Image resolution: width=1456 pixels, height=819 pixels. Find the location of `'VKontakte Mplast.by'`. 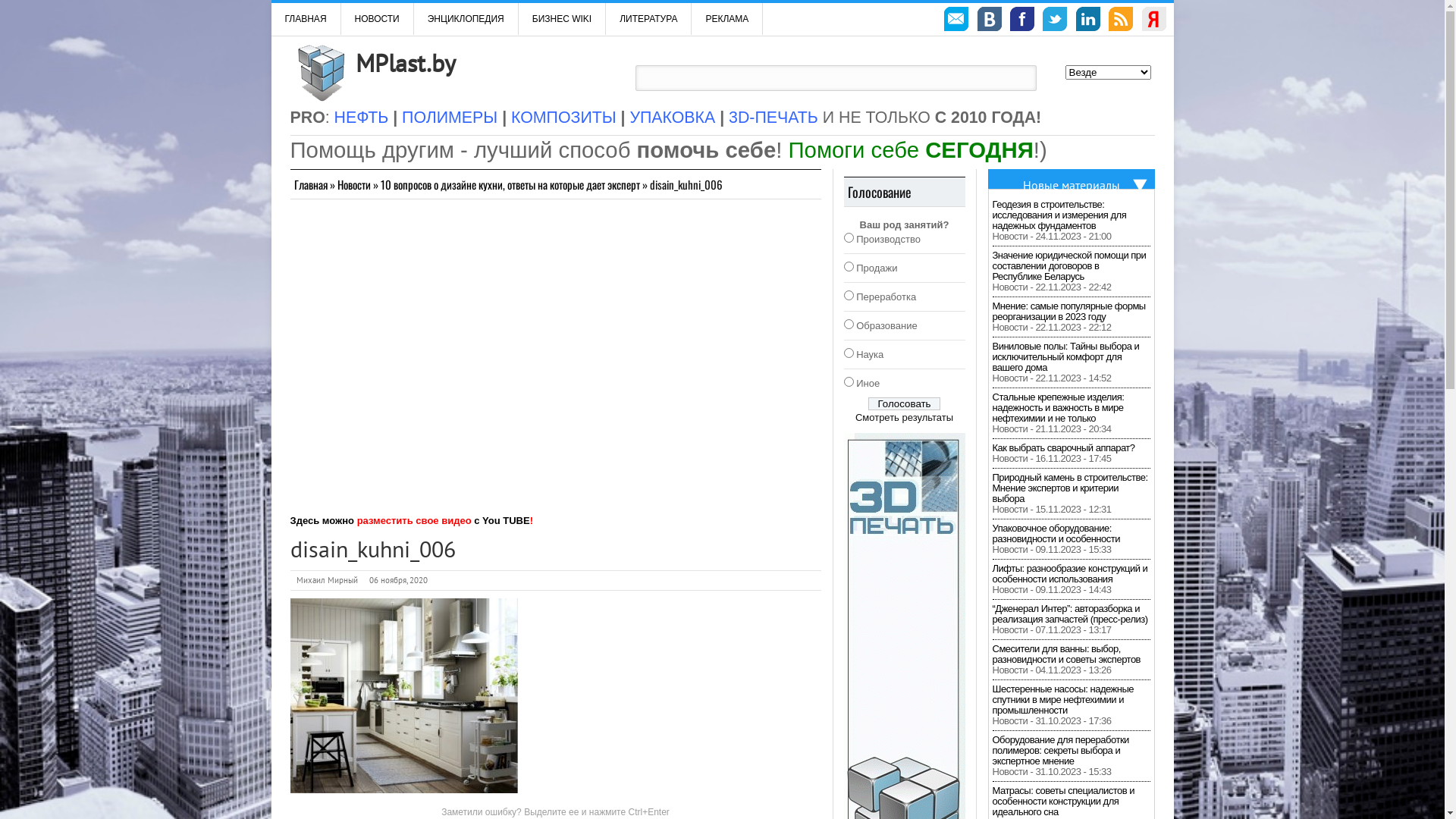

'VKontakte Mplast.by' is located at coordinates (990, 20).